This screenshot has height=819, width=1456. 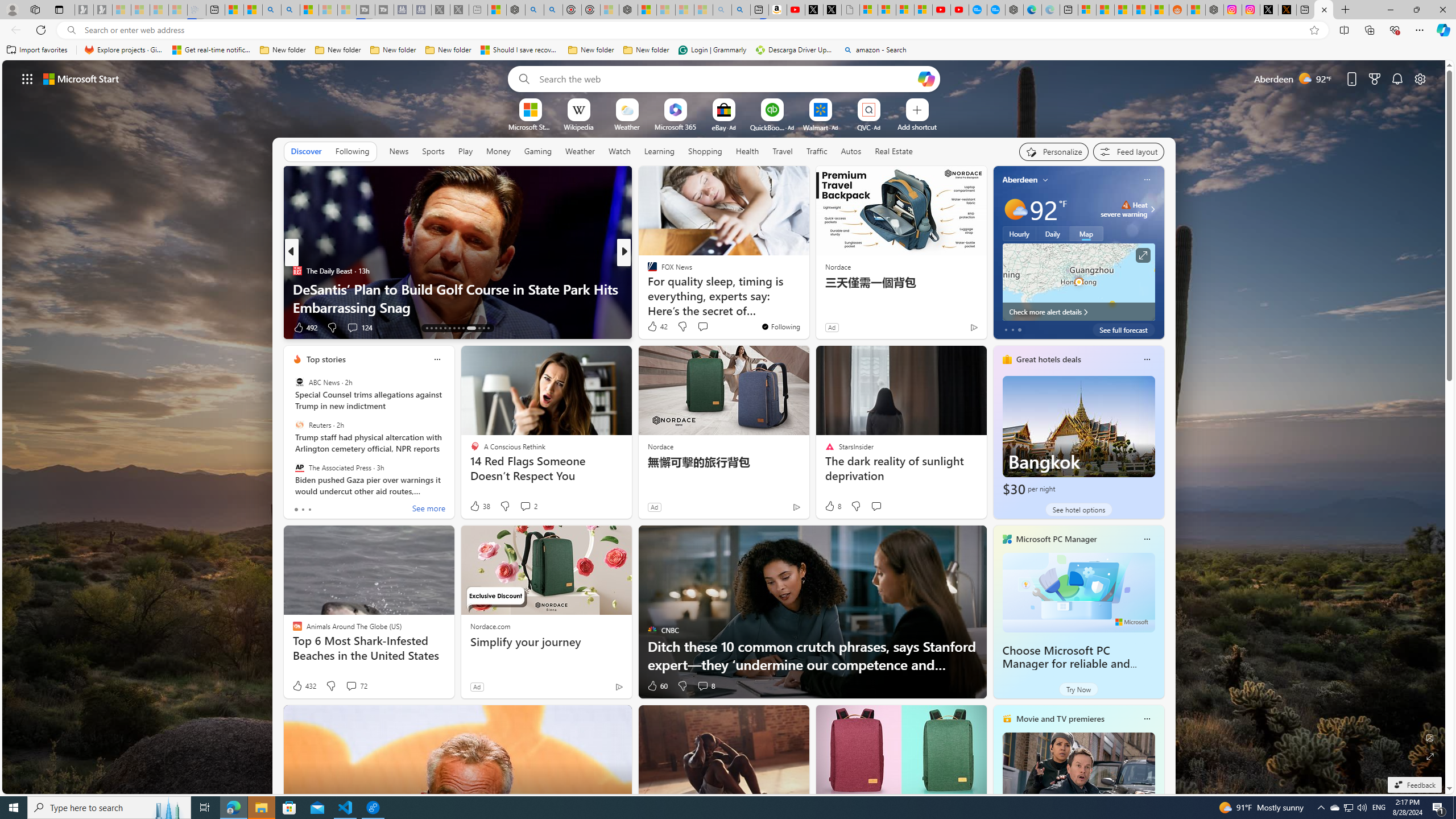 What do you see at coordinates (436, 328) in the screenshot?
I see `'AutomationID: tab-15'` at bounding box center [436, 328].